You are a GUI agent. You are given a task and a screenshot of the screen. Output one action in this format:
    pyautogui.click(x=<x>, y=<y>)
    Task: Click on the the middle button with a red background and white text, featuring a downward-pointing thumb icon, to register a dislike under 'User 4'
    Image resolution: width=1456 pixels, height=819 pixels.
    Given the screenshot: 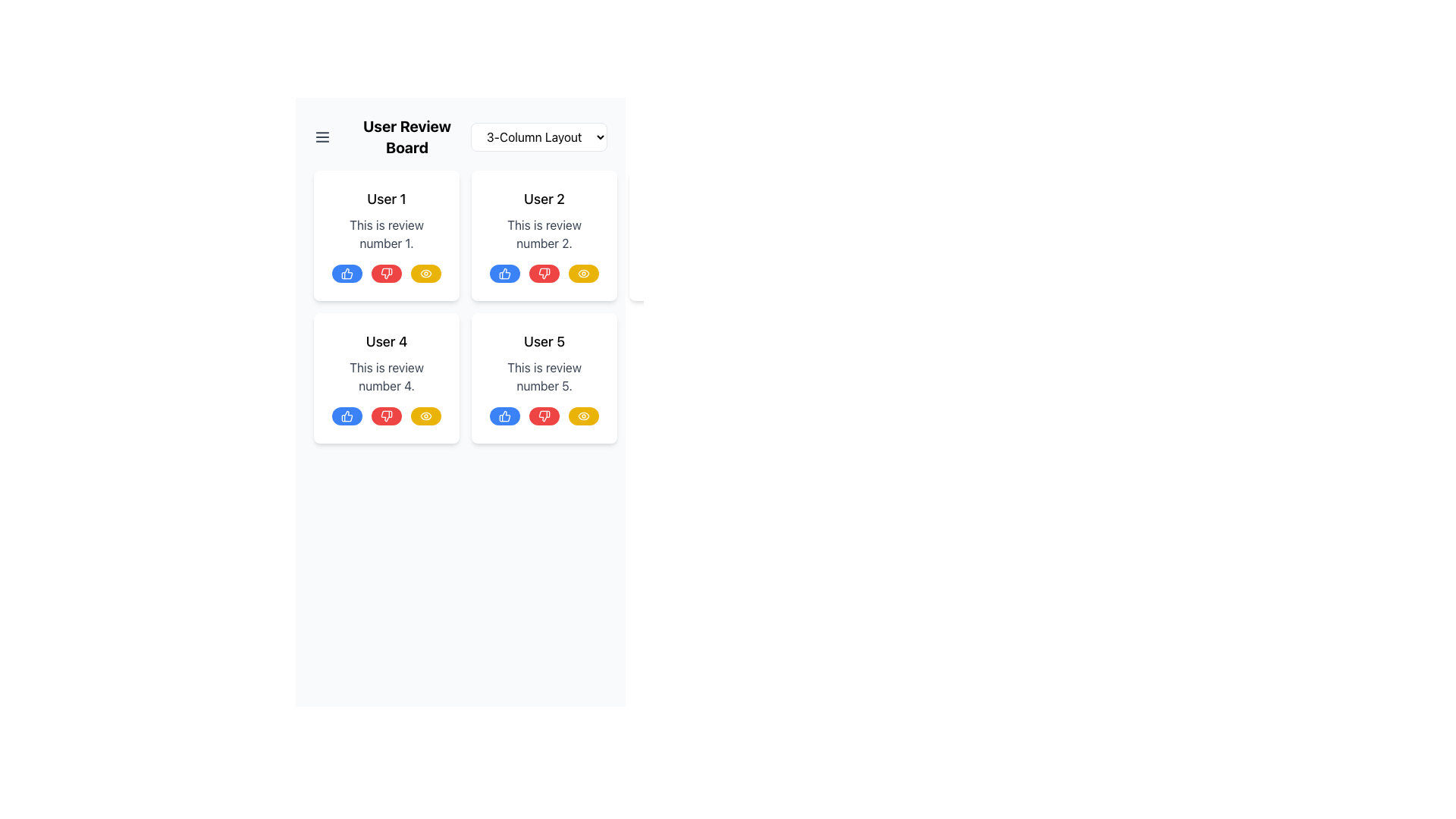 What is the action you would take?
    pyautogui.click(x=386, y=416)
    